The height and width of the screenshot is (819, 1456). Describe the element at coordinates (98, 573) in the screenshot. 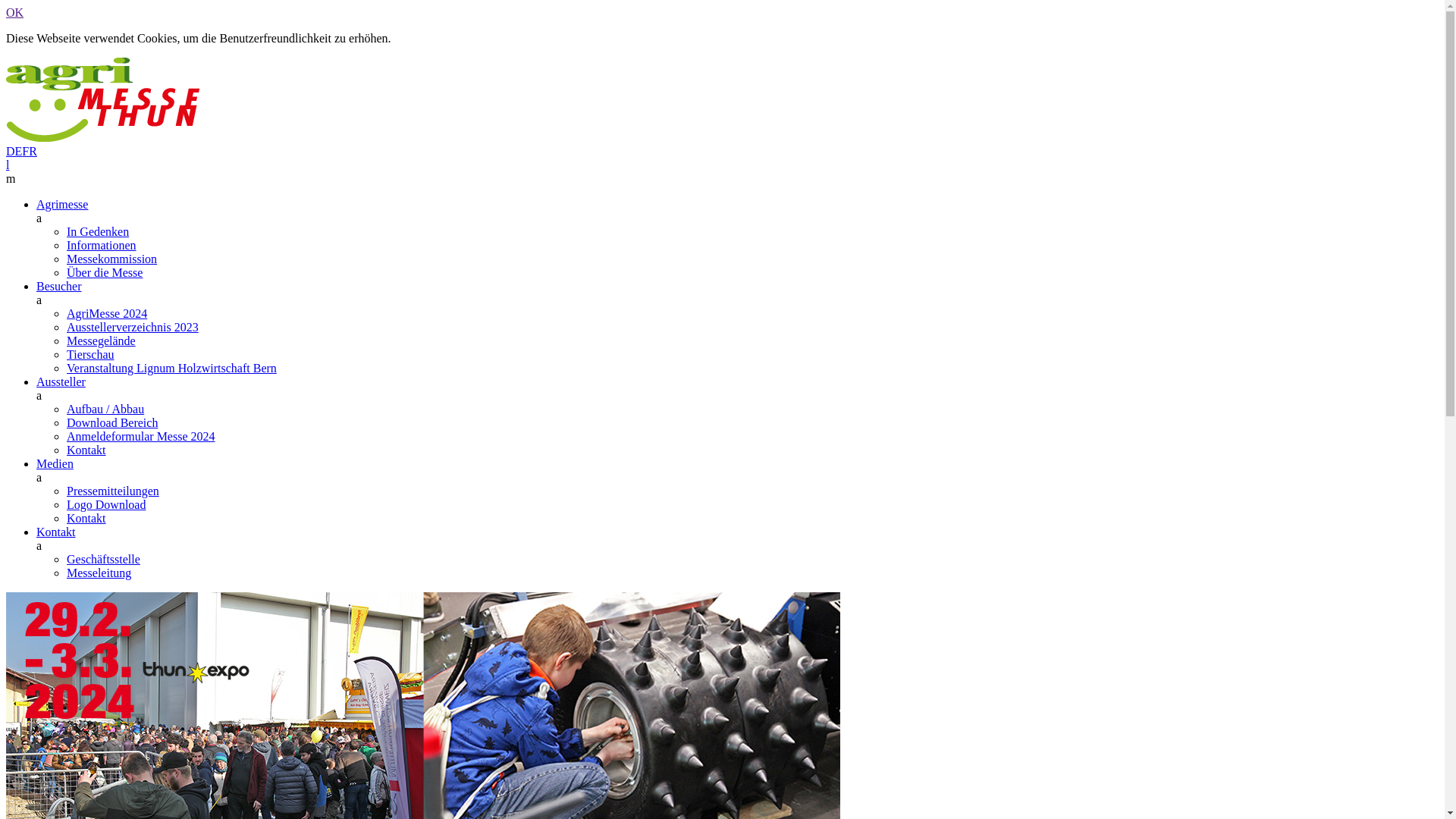

I see `'Messeleitung'` at that location.